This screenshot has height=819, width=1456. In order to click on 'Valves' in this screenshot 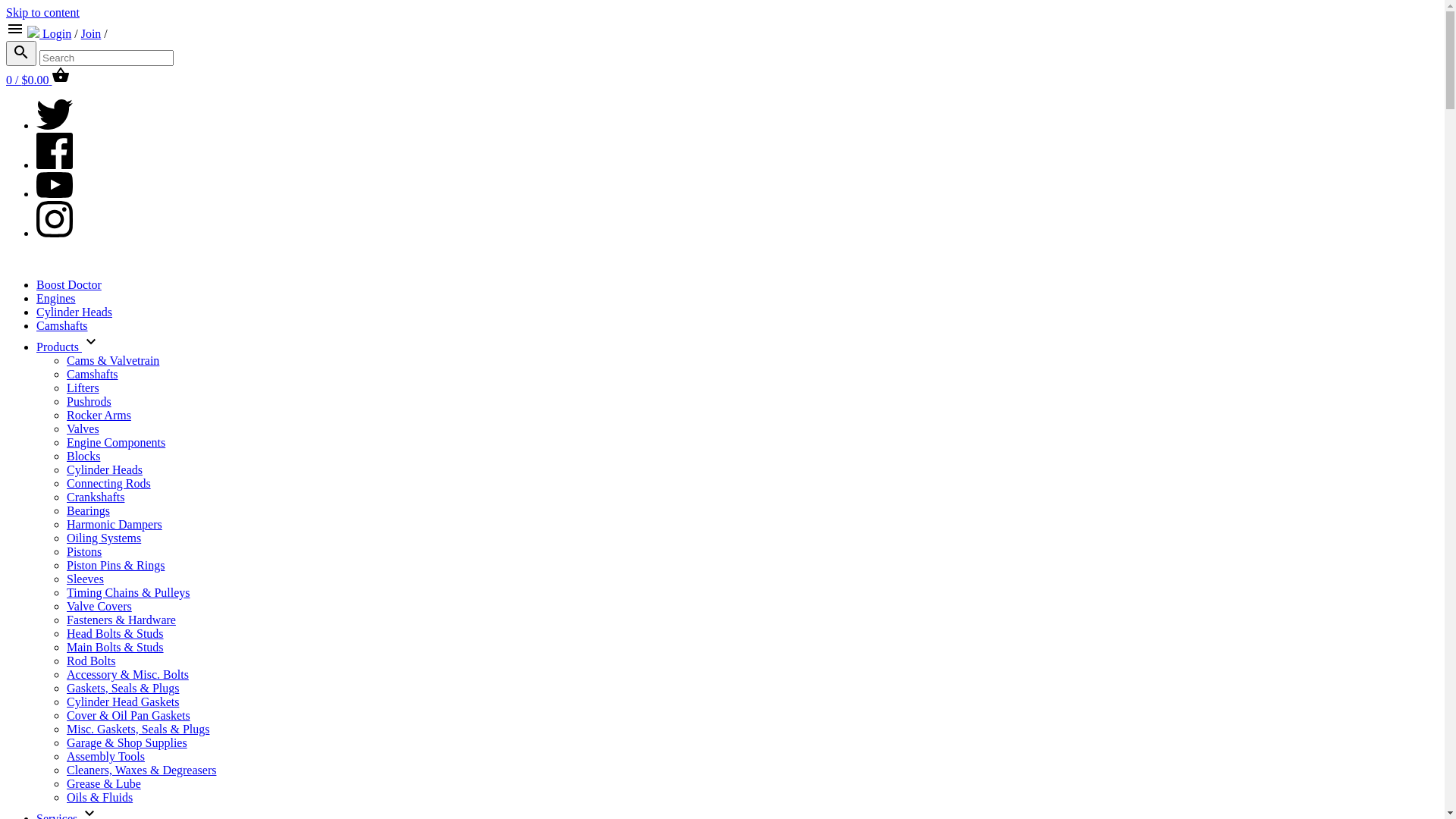, I will do `click(82, 428)`.